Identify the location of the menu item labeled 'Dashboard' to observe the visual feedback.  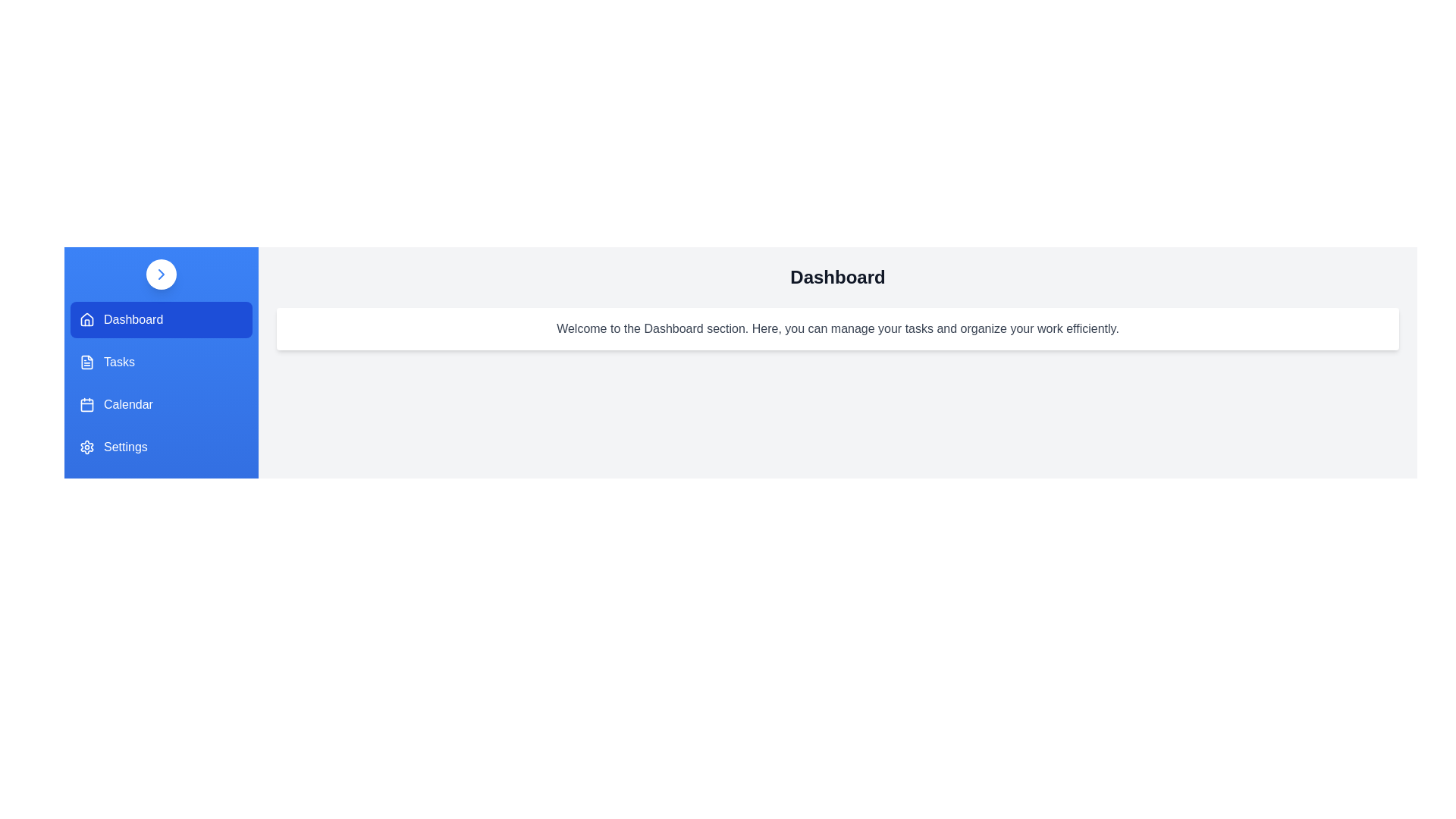
(161, 318).